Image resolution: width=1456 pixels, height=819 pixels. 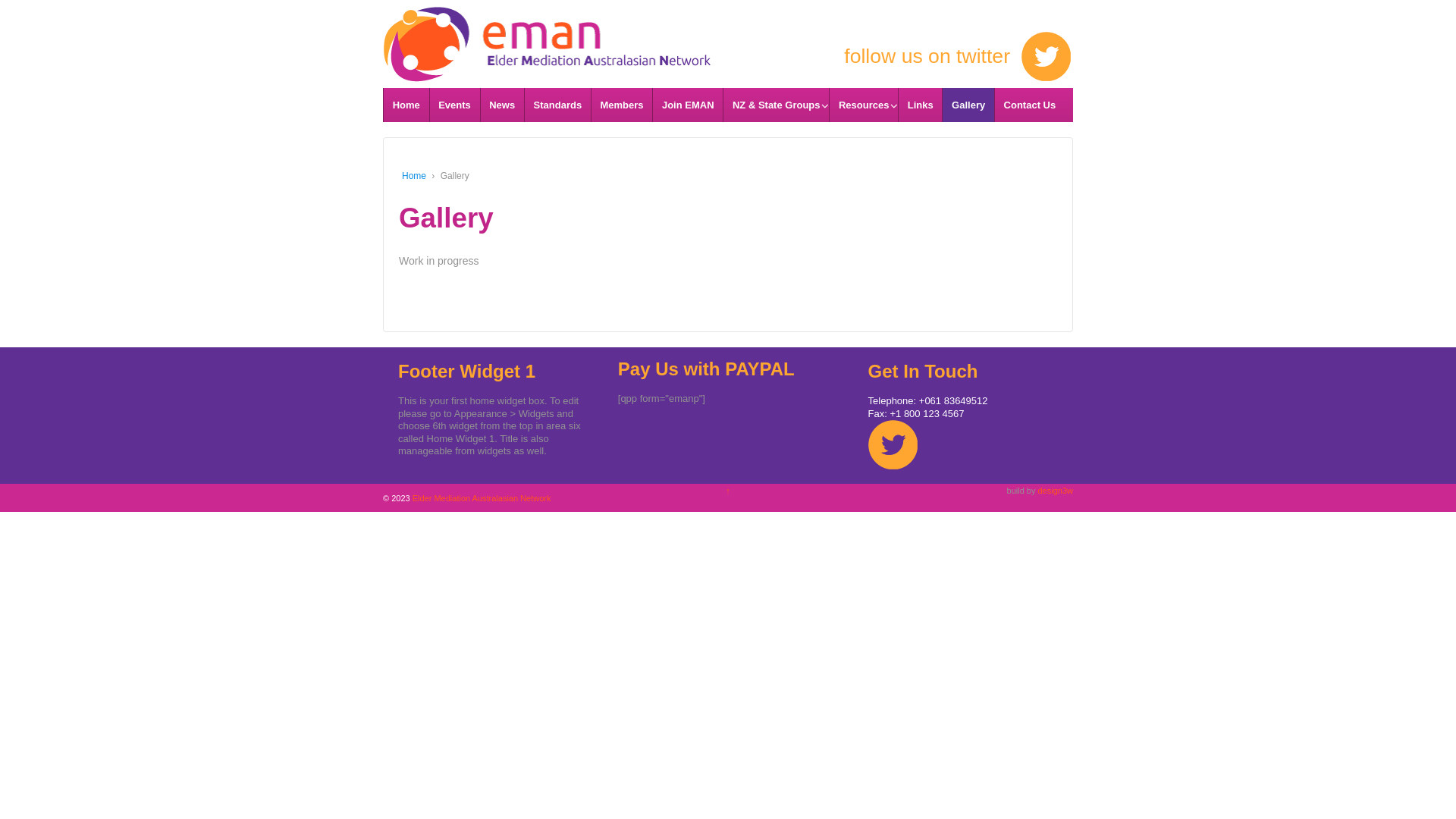 I want to click on 'Join EMAN', so click(x=686, y=104).